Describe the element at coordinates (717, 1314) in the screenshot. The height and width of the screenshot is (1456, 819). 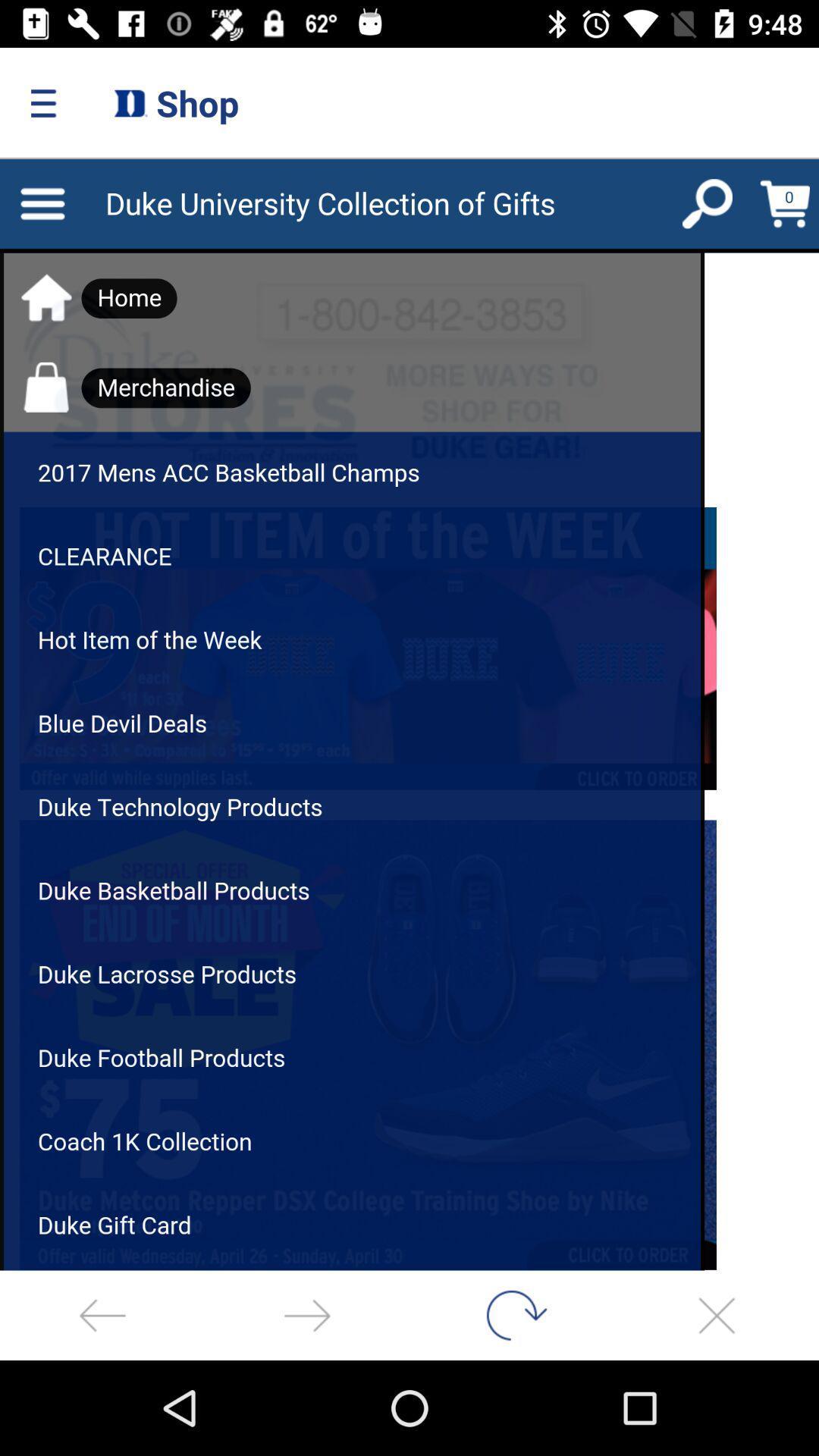
I see `window` at that location.